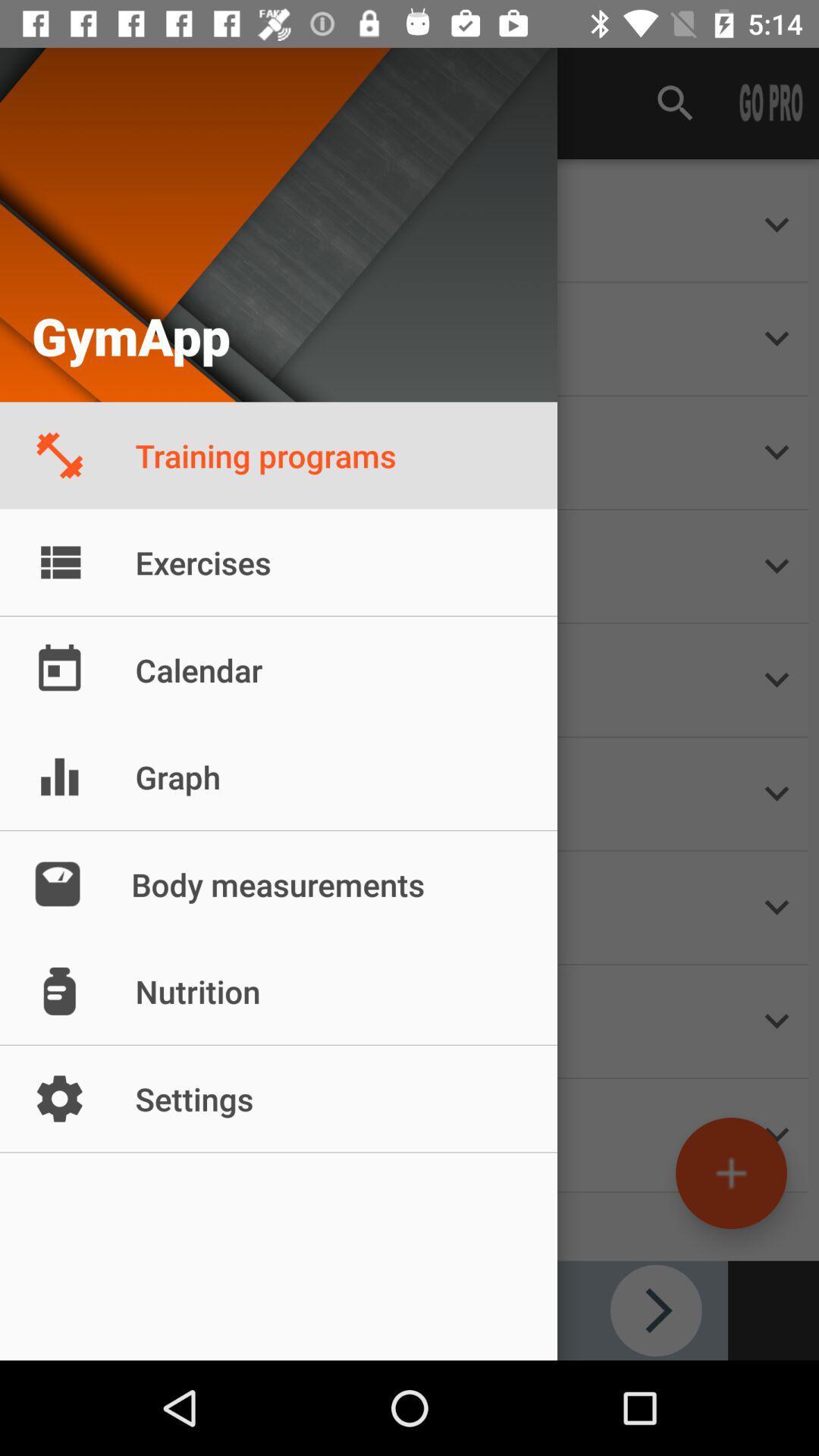 The height and width of the screenshot is (1456, 819). Describe the element at coordinates (730, 1172) in the screenshot. I see `the add icon` at that location.